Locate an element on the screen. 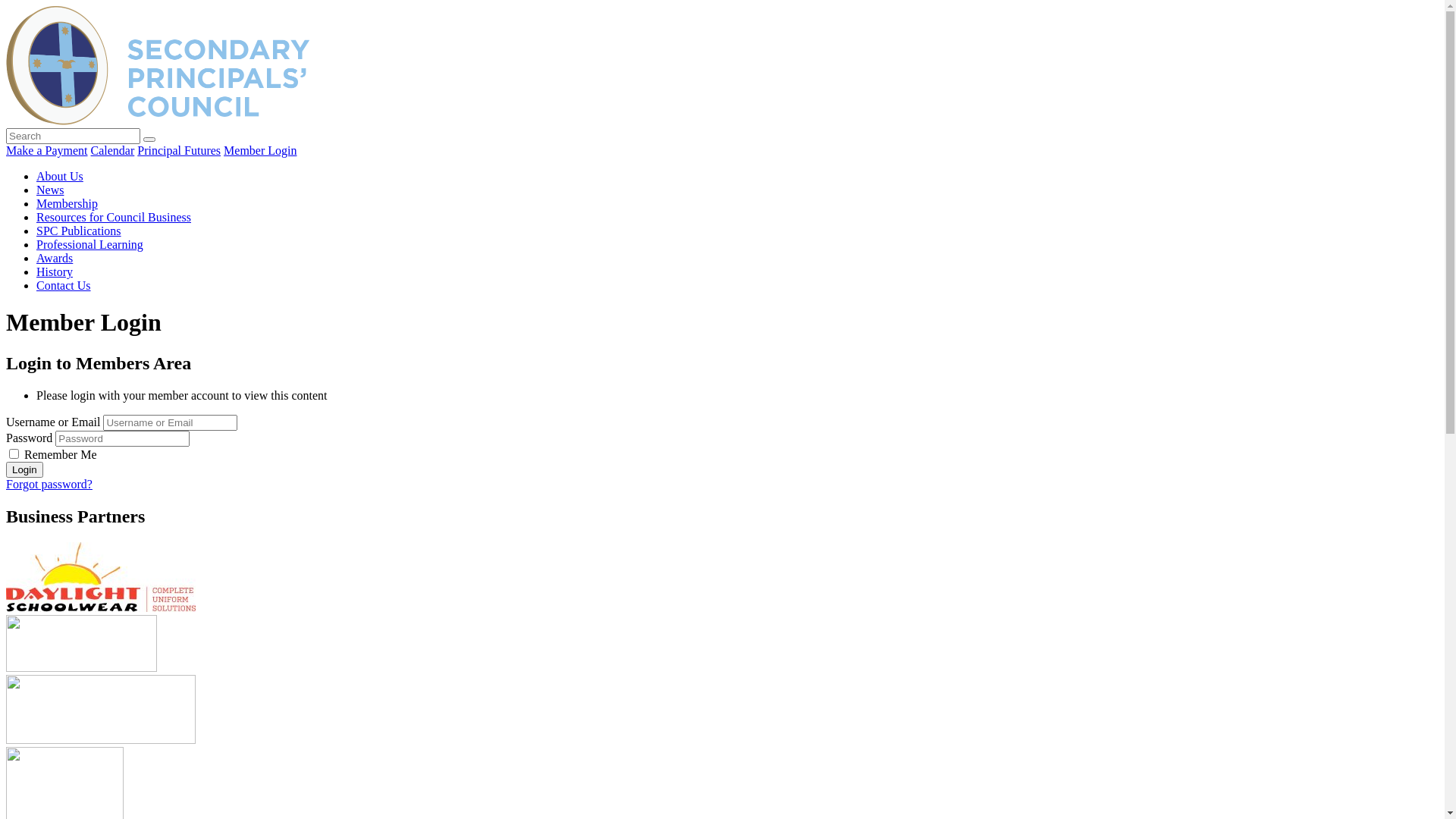 This screenshot has width=1456, height=819. 'SPC Publications' is located at coordinates (78, 231).